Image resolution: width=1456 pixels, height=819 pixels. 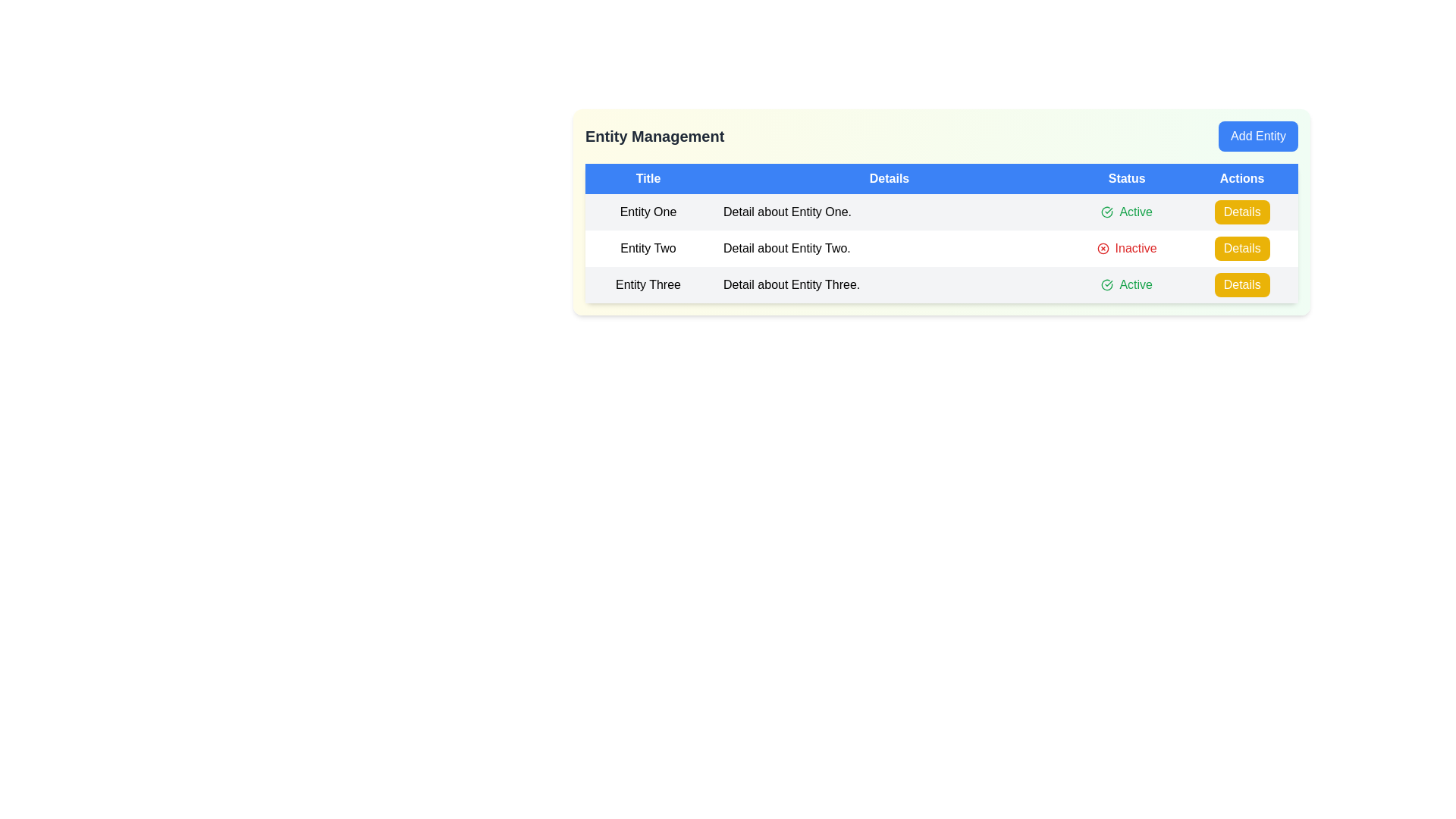 What do you see at coordinates (648, 284) in the screenshot?
I see `text content of the label identifying 'Entity Three' located in the third row under the 'Title' column of the table` at bounding box center [648, 284].